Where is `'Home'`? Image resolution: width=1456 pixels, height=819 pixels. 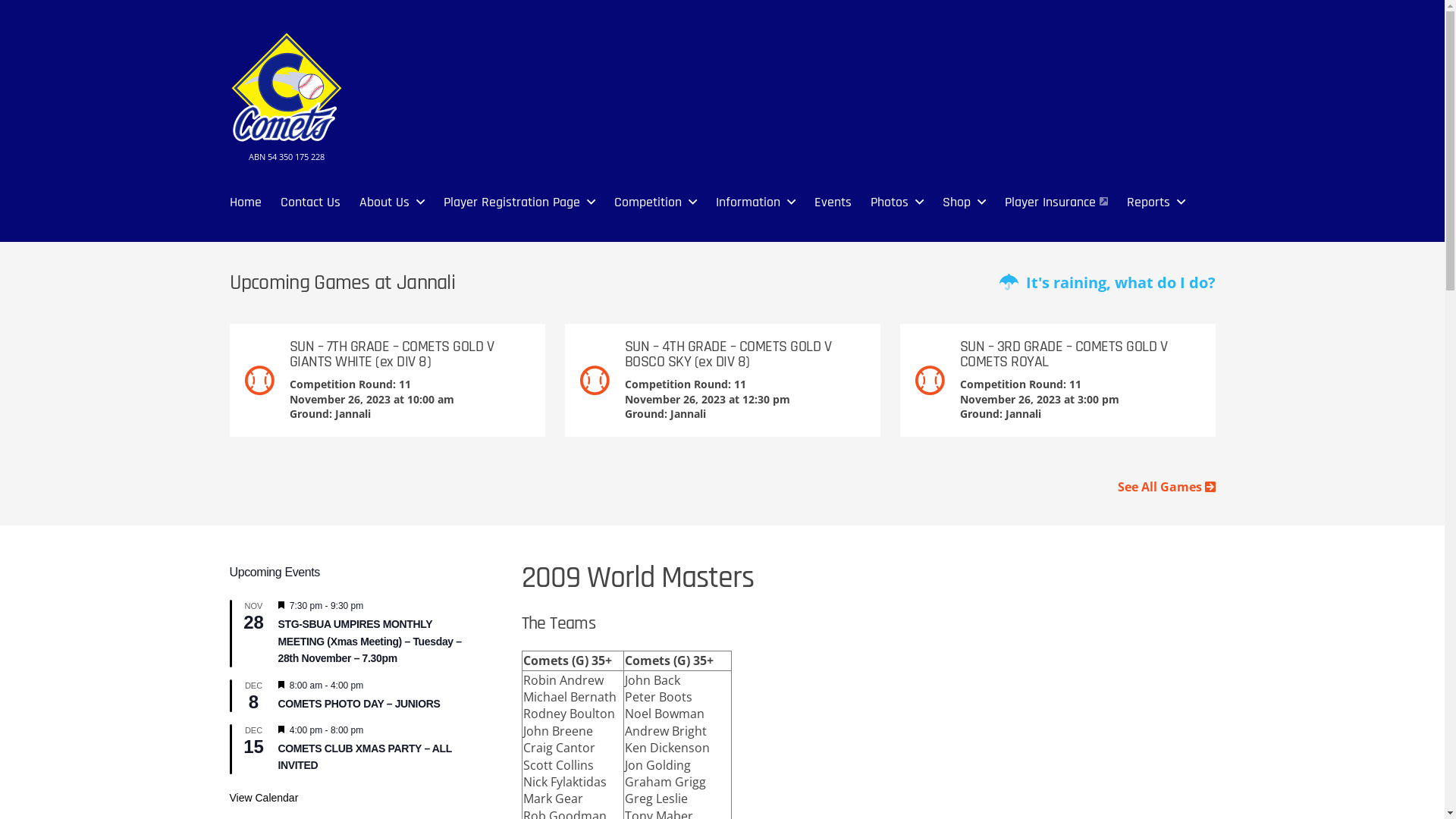
'Home' is located at coordinates (228, 201).